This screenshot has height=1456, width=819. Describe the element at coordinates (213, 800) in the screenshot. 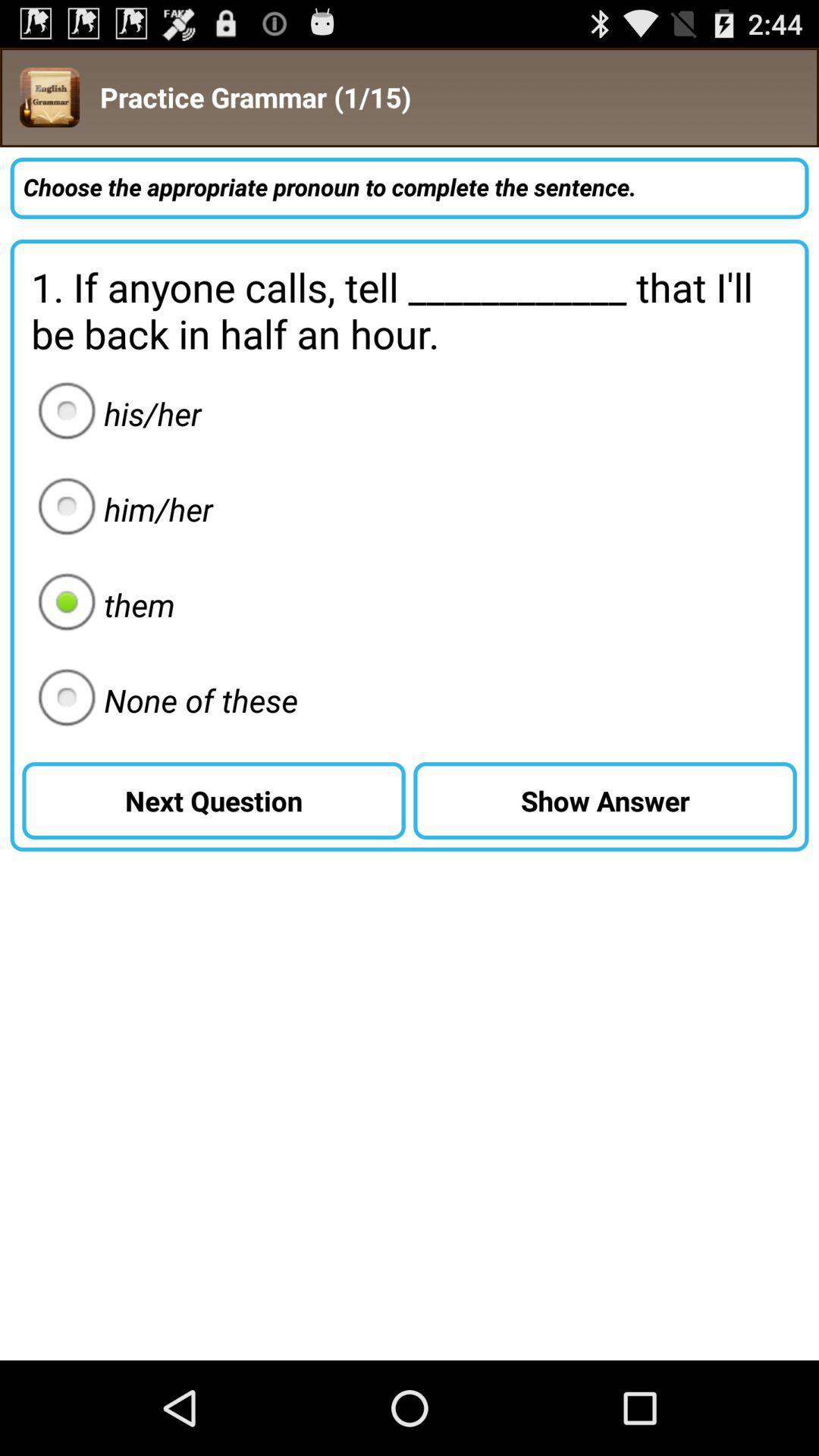

I see `the button to the left of the show answer item` at that location.